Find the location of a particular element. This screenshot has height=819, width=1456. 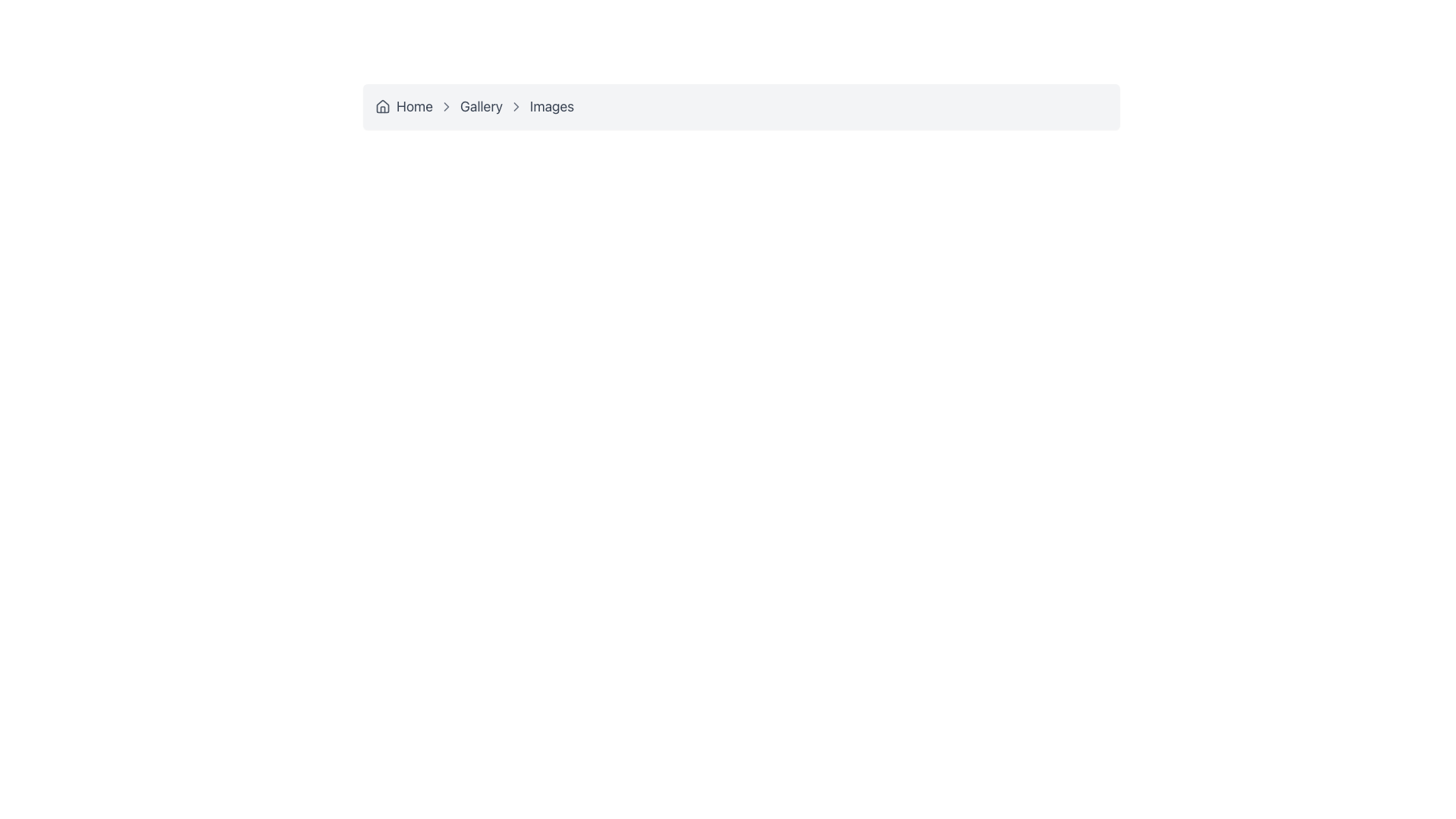

the small house icon in the breadcrumb navigation bar is located at coordinates (382, 106).